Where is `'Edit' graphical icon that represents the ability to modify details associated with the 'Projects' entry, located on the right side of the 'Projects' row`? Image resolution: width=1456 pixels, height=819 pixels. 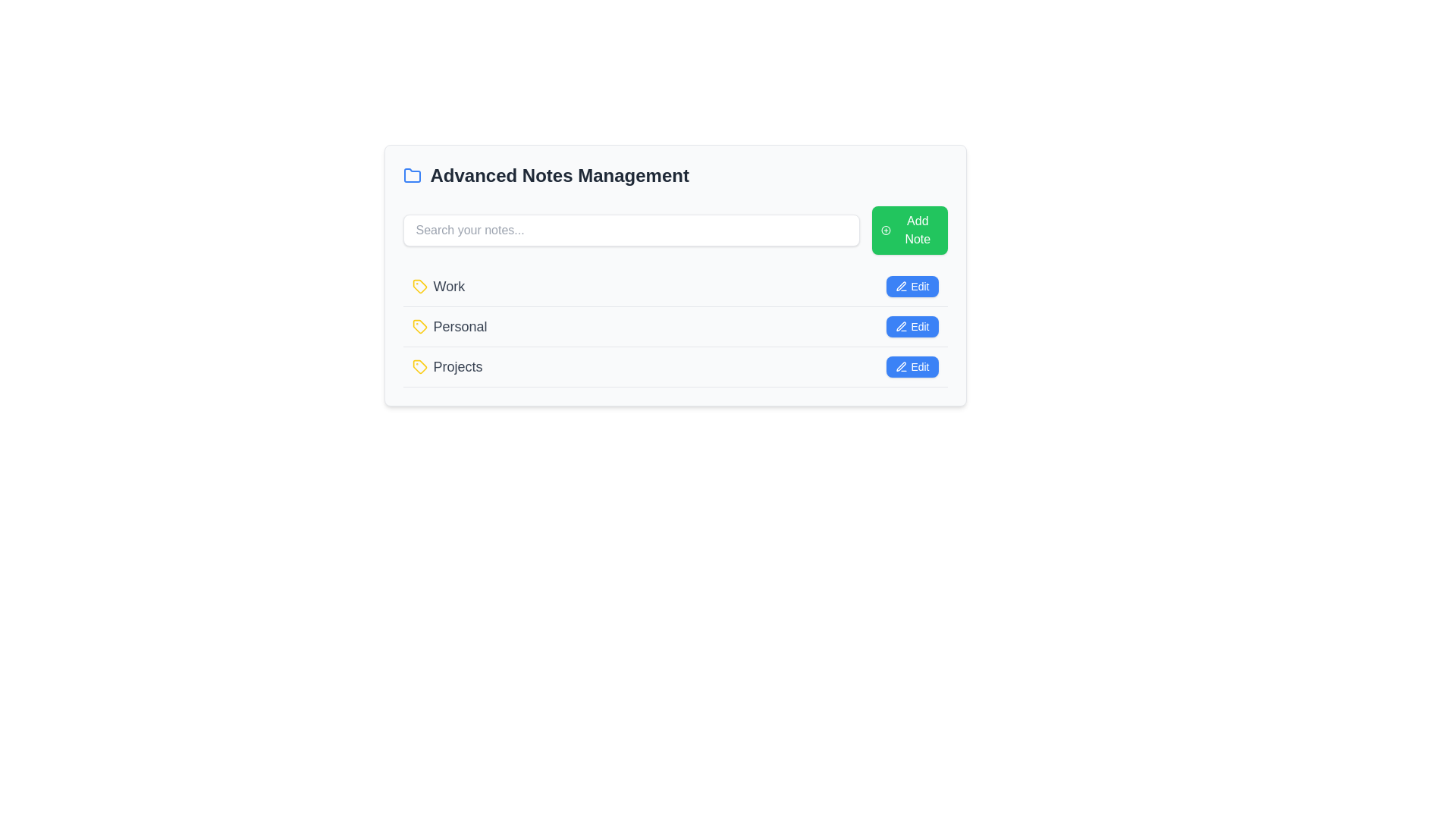
'Edit' graphical icon that represents the ability to modify details associated with the 'Projects' entry, located on the right side of the 'Projects' row is located at coordinates (902, 366).